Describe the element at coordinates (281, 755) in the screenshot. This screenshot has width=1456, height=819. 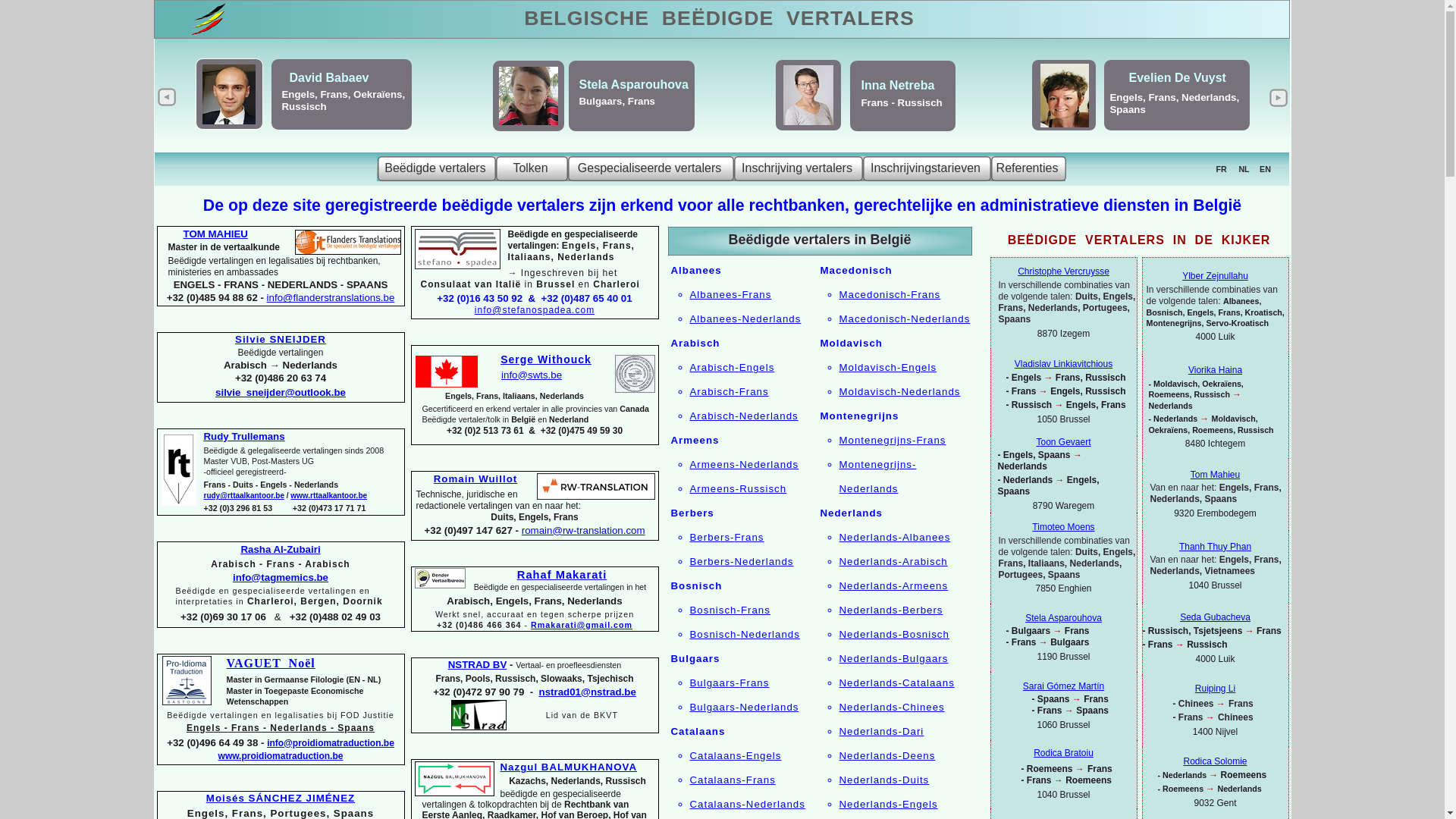
I see `'www.proidiomatraduction.be'` at that location.